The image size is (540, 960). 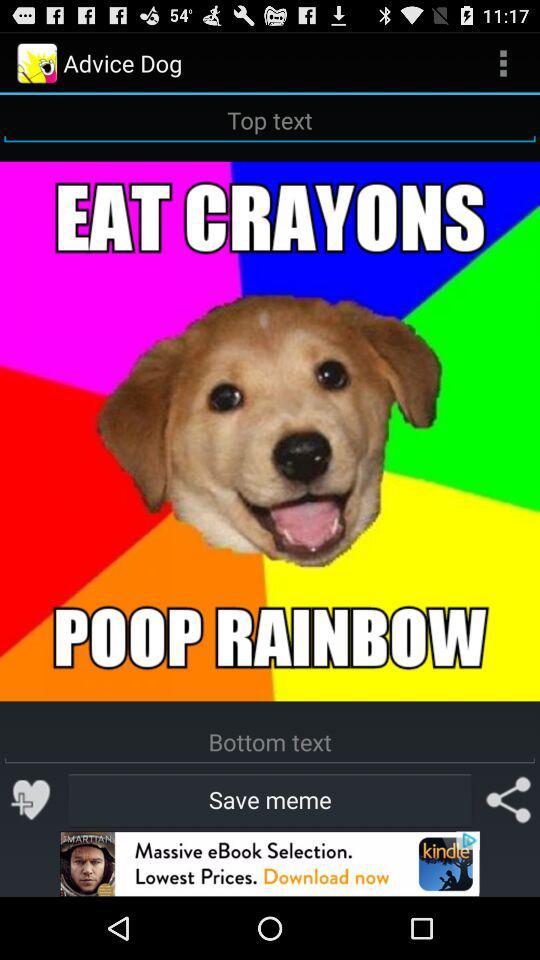 I want to click on i think its fun, so click(x=30, y=799).